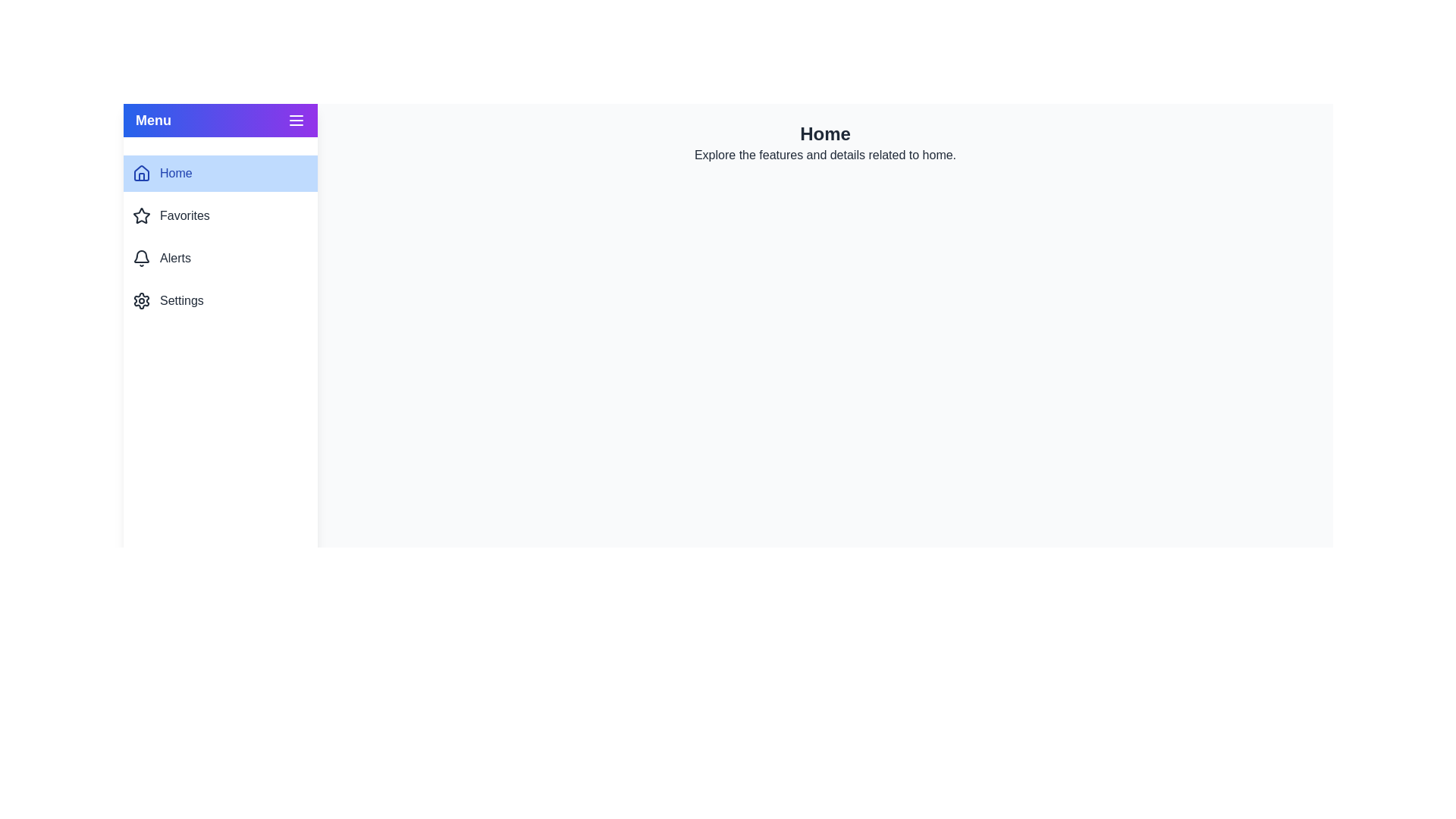 The image size is (1456, 819). Describe the element at coordinates (175, 257) in the screenshot. I see `text label that serves as a guide to the 'Alerts' section in the vertical sidebar menu, positioned below 'Favorites' and above 'Settings', with a bell icon adjacent to it` at that location.